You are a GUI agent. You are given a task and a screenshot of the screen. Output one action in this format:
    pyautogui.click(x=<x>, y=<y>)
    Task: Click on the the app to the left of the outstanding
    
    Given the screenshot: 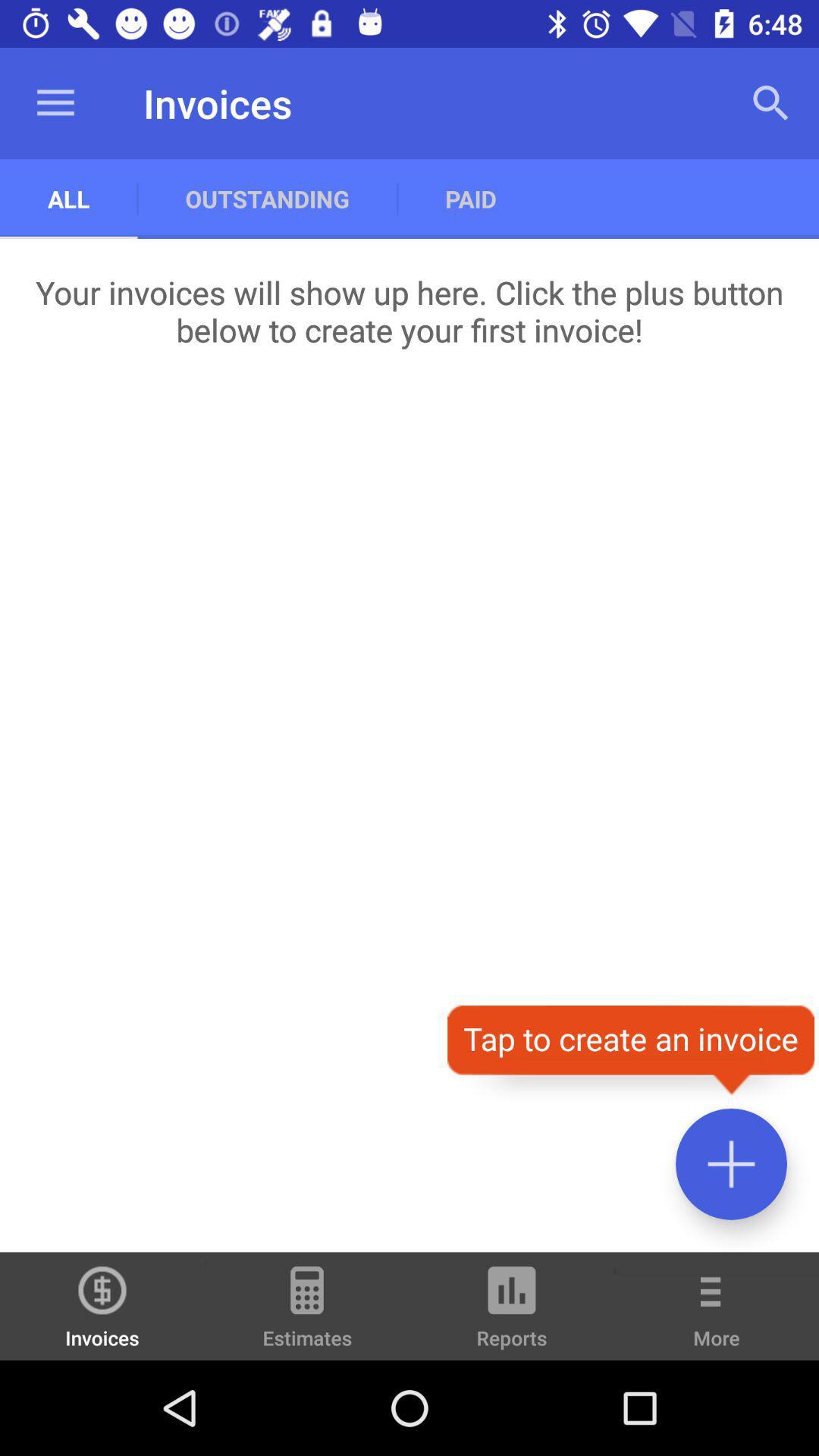 What is the action you would take?
    pyautogui.click(x=55, y=102)
    